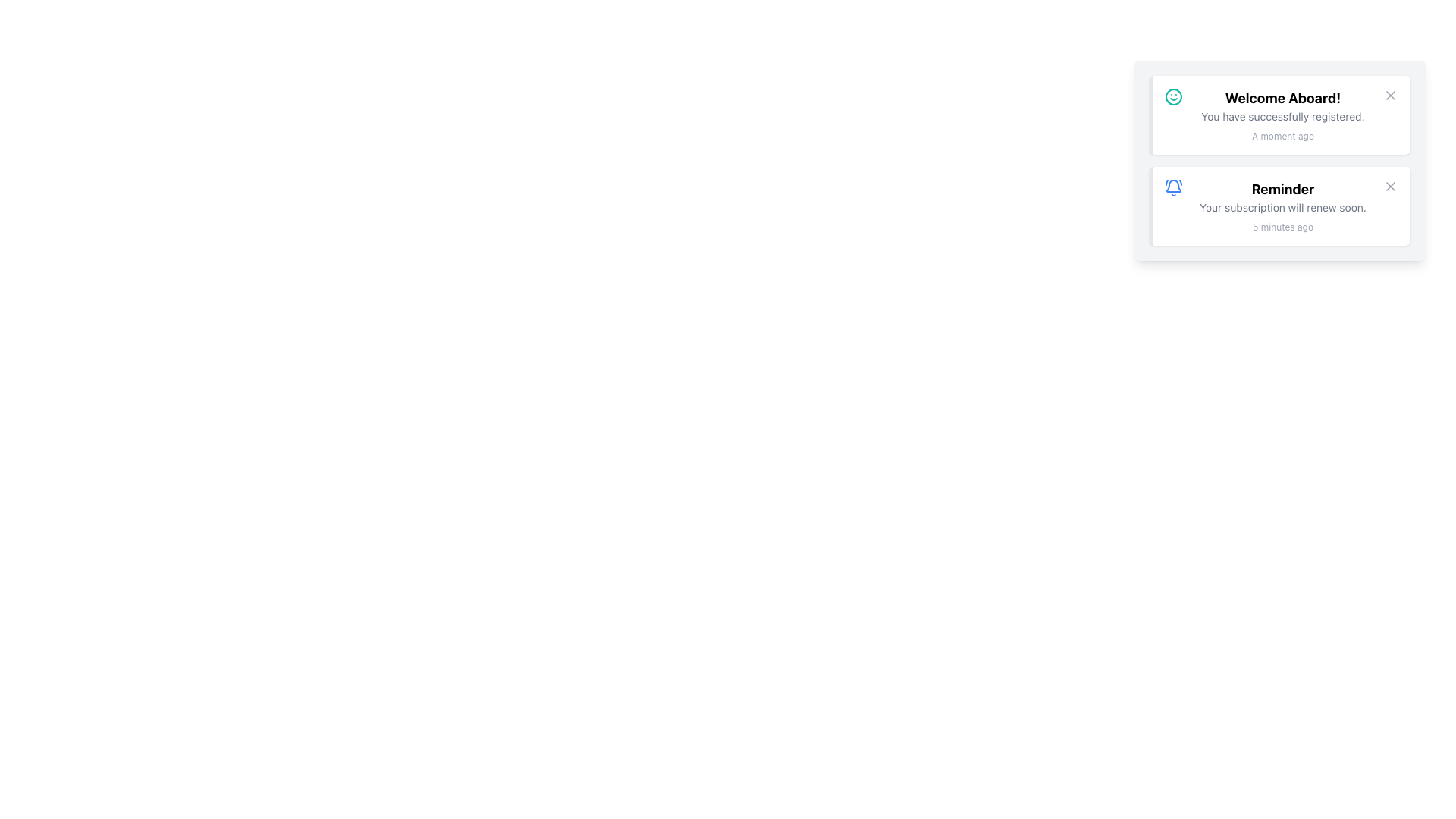 Image resolution: width=1456 pixels, height=819 pixels. Describe the element at coordinates (1282, 206) in the screenshot. I see `the interactive areas adjacent to the Notification card titled 'Reminder', which is the second notification block in the layout` at that location.